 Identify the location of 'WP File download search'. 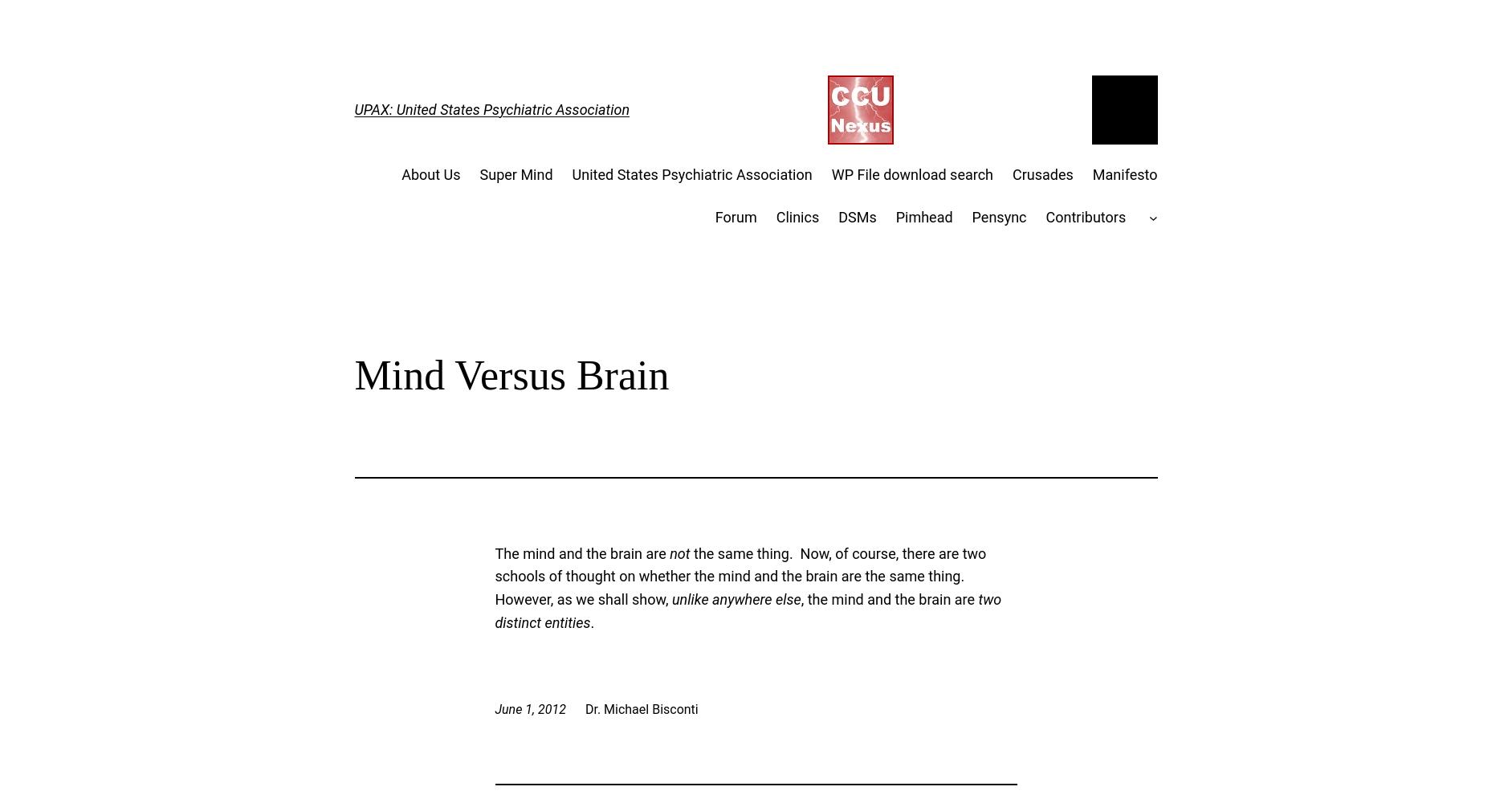
(911, 173).